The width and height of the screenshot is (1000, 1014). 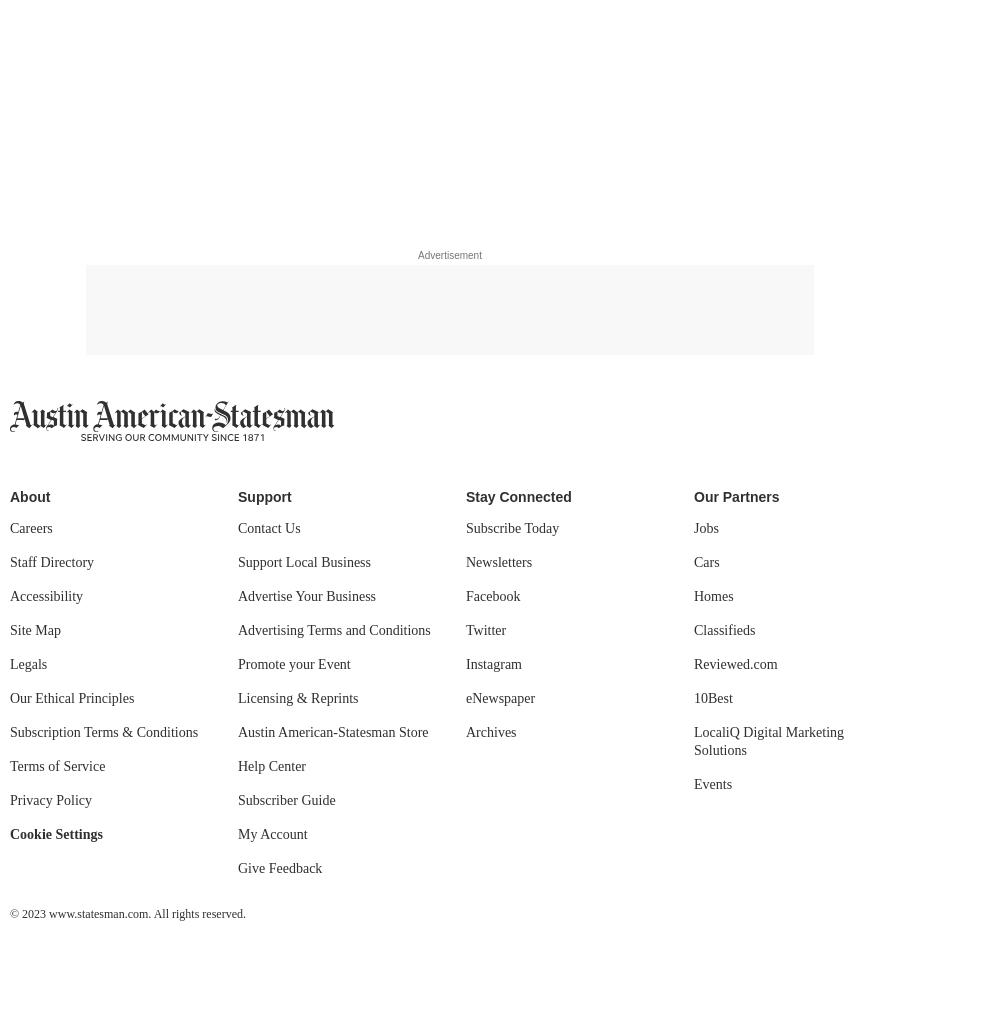 What do you see at coordinates (298, 697) in the screenshot?
I see `'Licensing & Reprints'` at bounding box center [298, 697].